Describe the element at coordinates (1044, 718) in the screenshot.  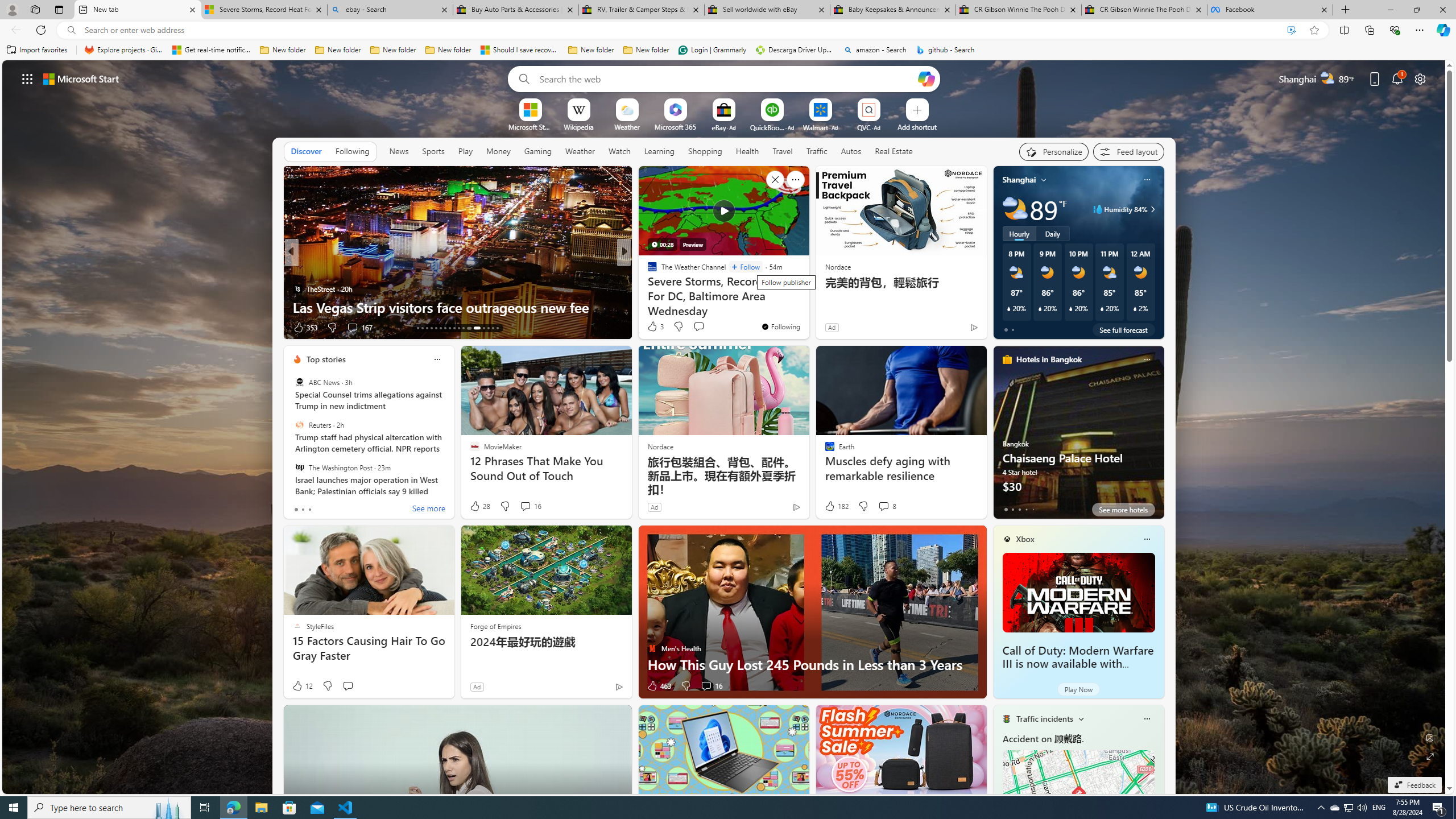
I see `'Traffic incidents'` at that location.